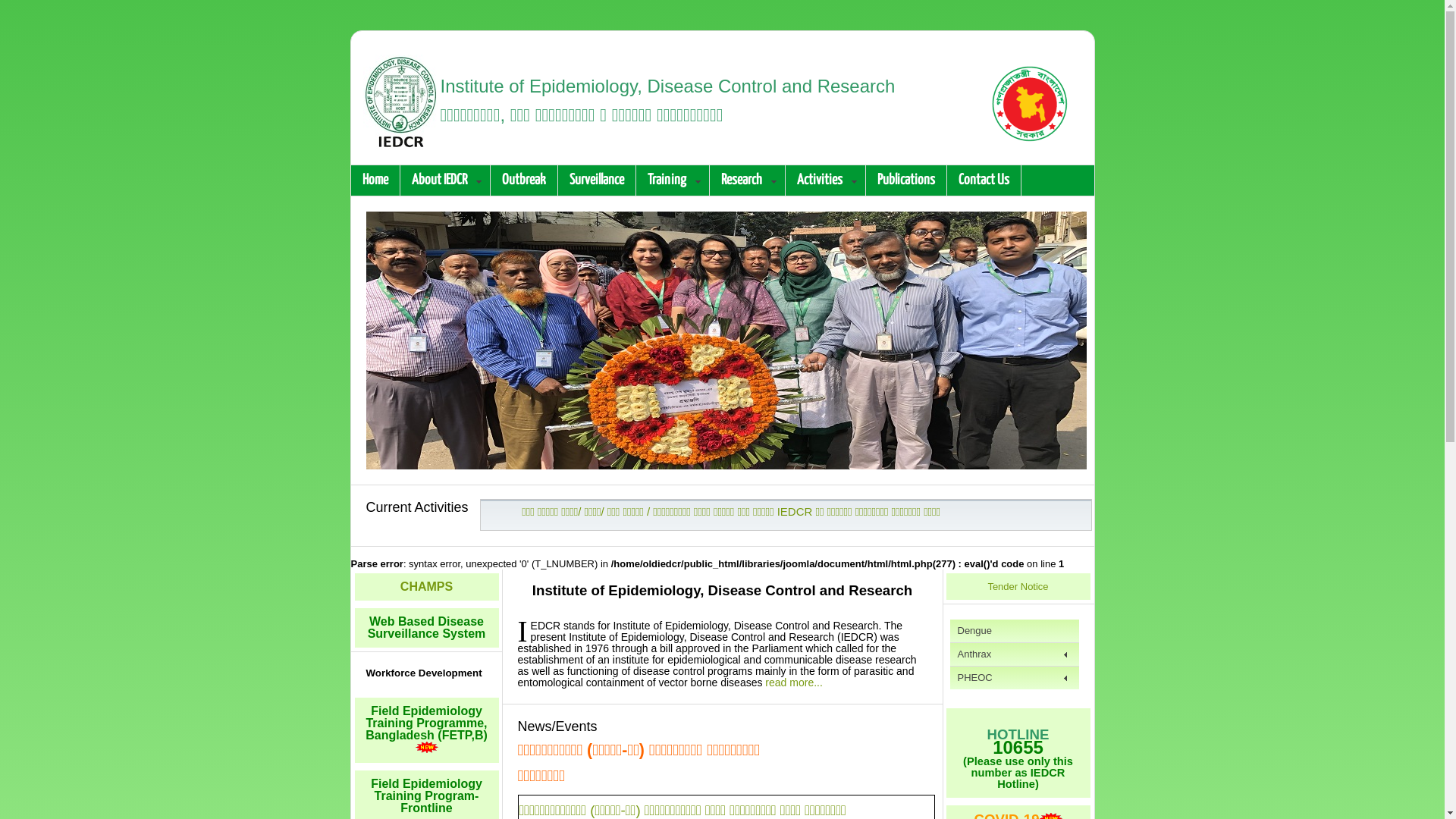  I want to click on 'Dengue', so click(956, 631).